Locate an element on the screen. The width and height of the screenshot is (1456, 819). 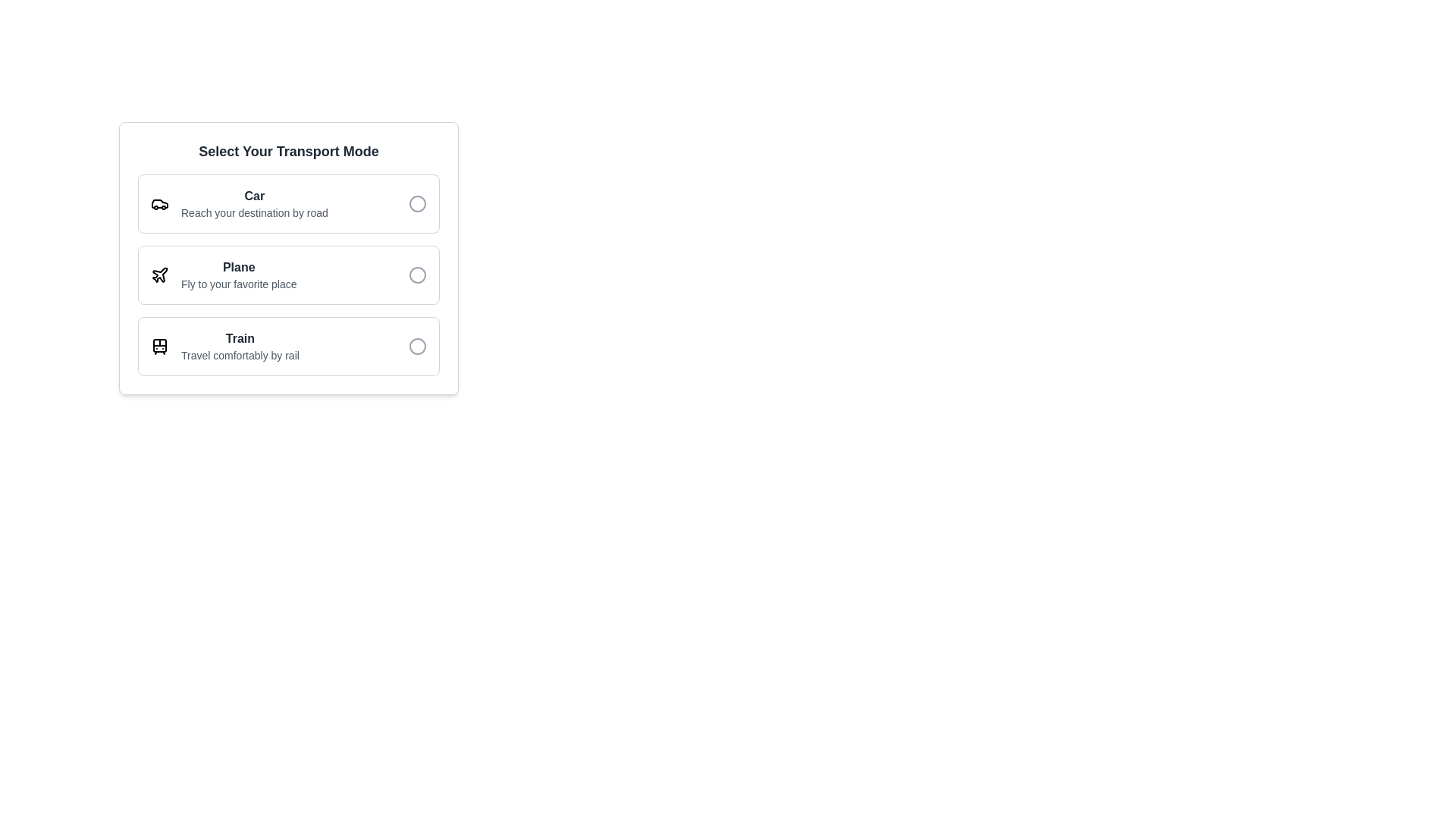
the text label that reads 'Travel comfortably by rail.' which is positioned beneath the 'Train' title in the options card labeled 'Select Your Transport Mode.' is located at coordinates (239, 356).